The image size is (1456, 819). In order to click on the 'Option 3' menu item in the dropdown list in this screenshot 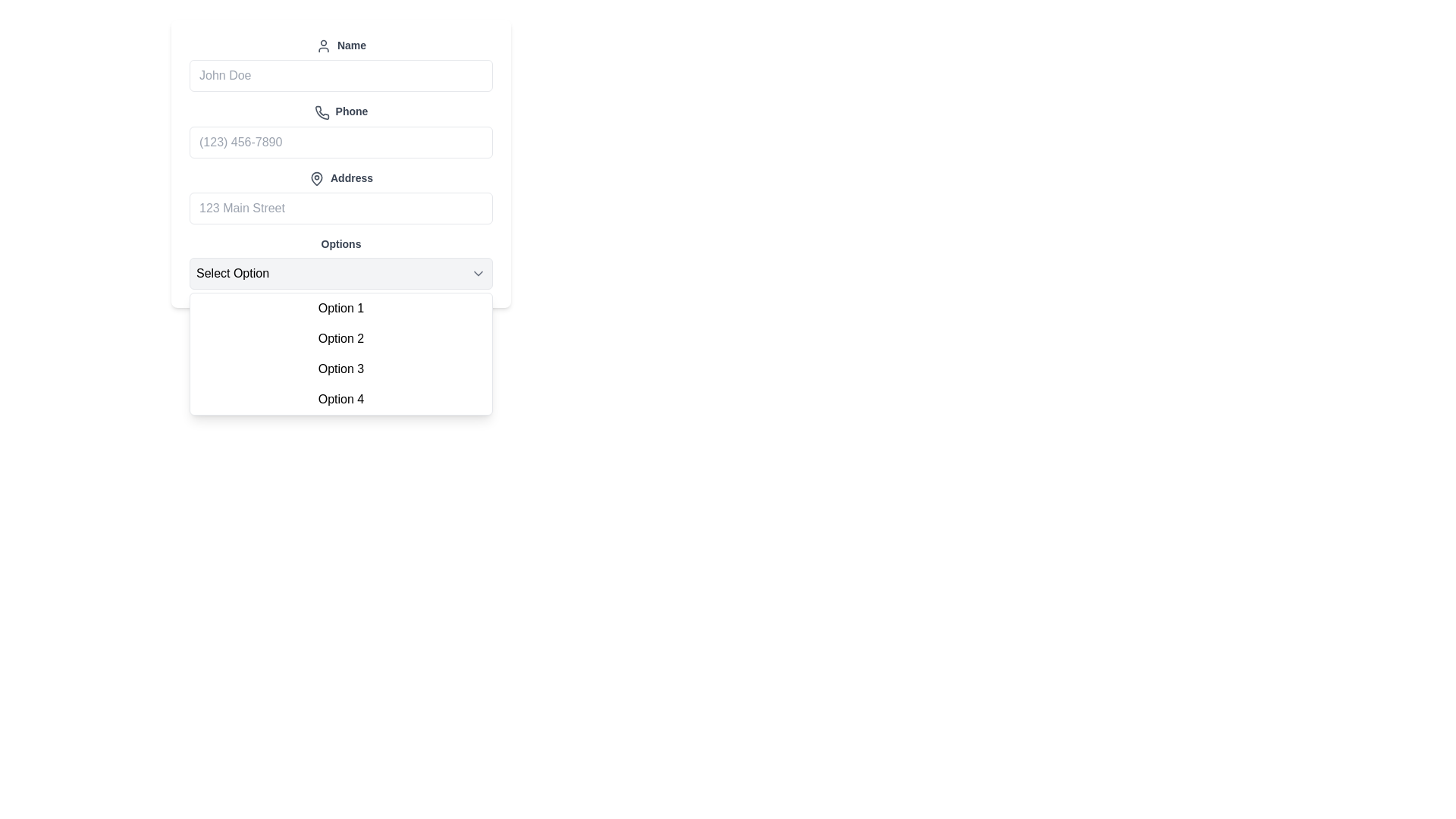, I will do `click(340, 369)`.